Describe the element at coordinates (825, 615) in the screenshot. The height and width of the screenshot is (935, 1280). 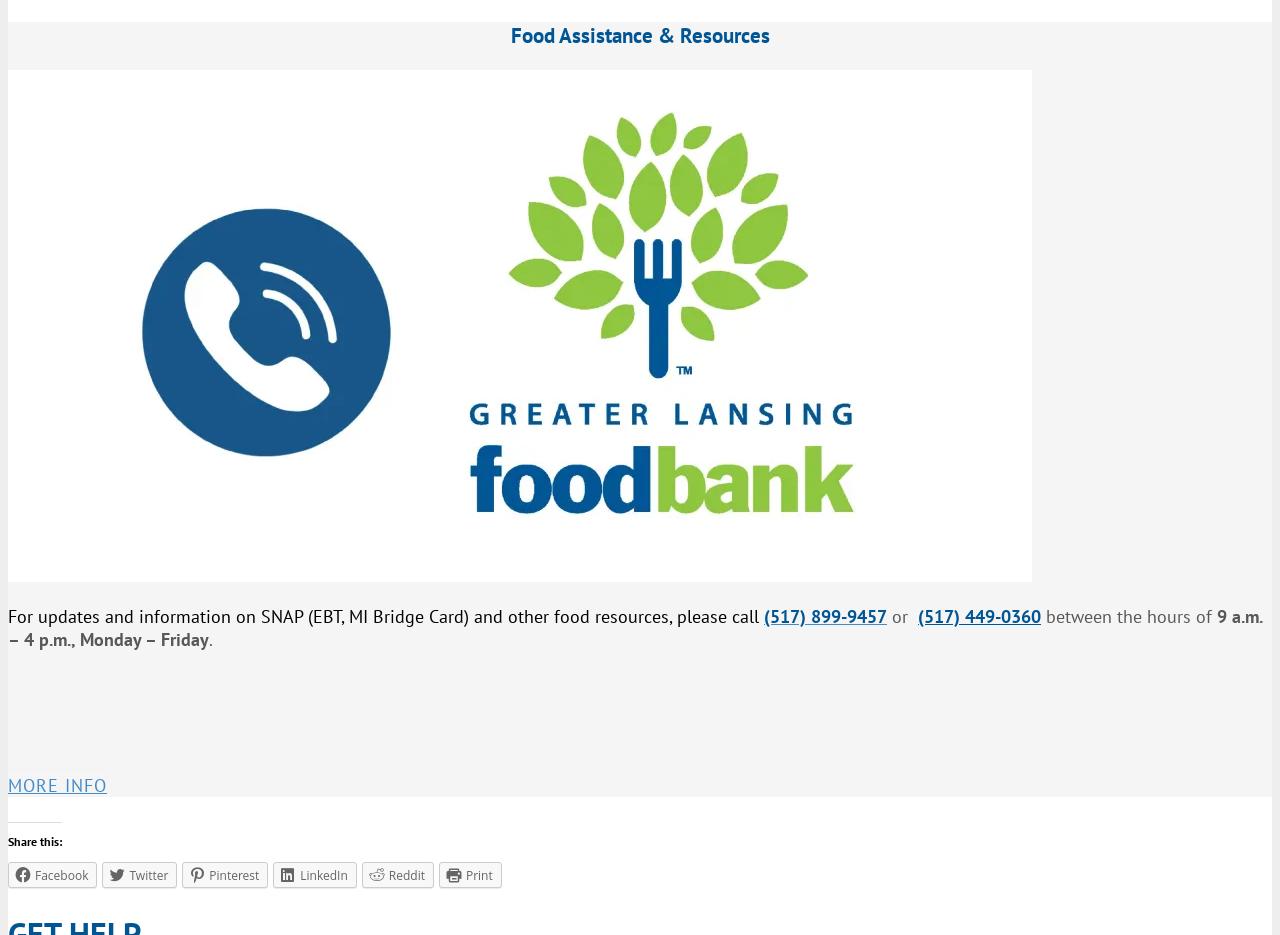
I see `'(517) 899-9457'` at that location.